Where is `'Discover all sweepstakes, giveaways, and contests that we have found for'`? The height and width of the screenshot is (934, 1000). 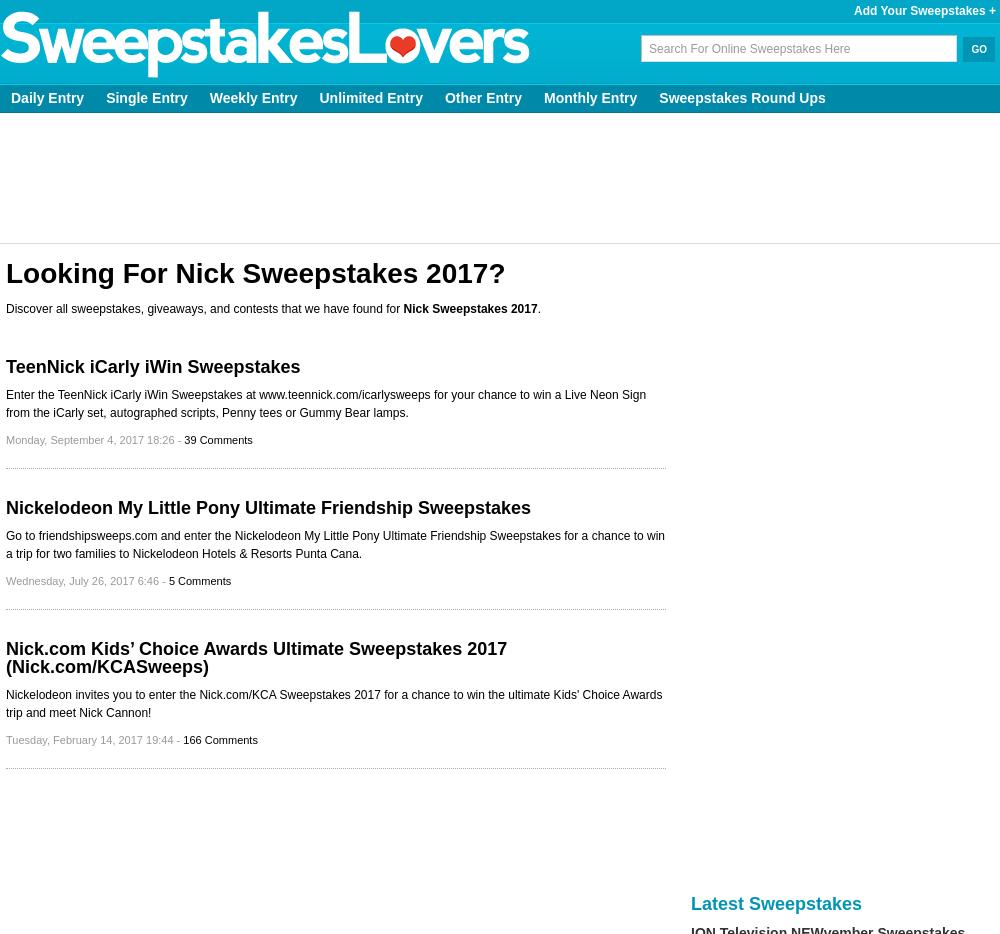
'Discover all sweepstakes, giveaways, and contests that we have found for' is located at coordinates (203, 307).